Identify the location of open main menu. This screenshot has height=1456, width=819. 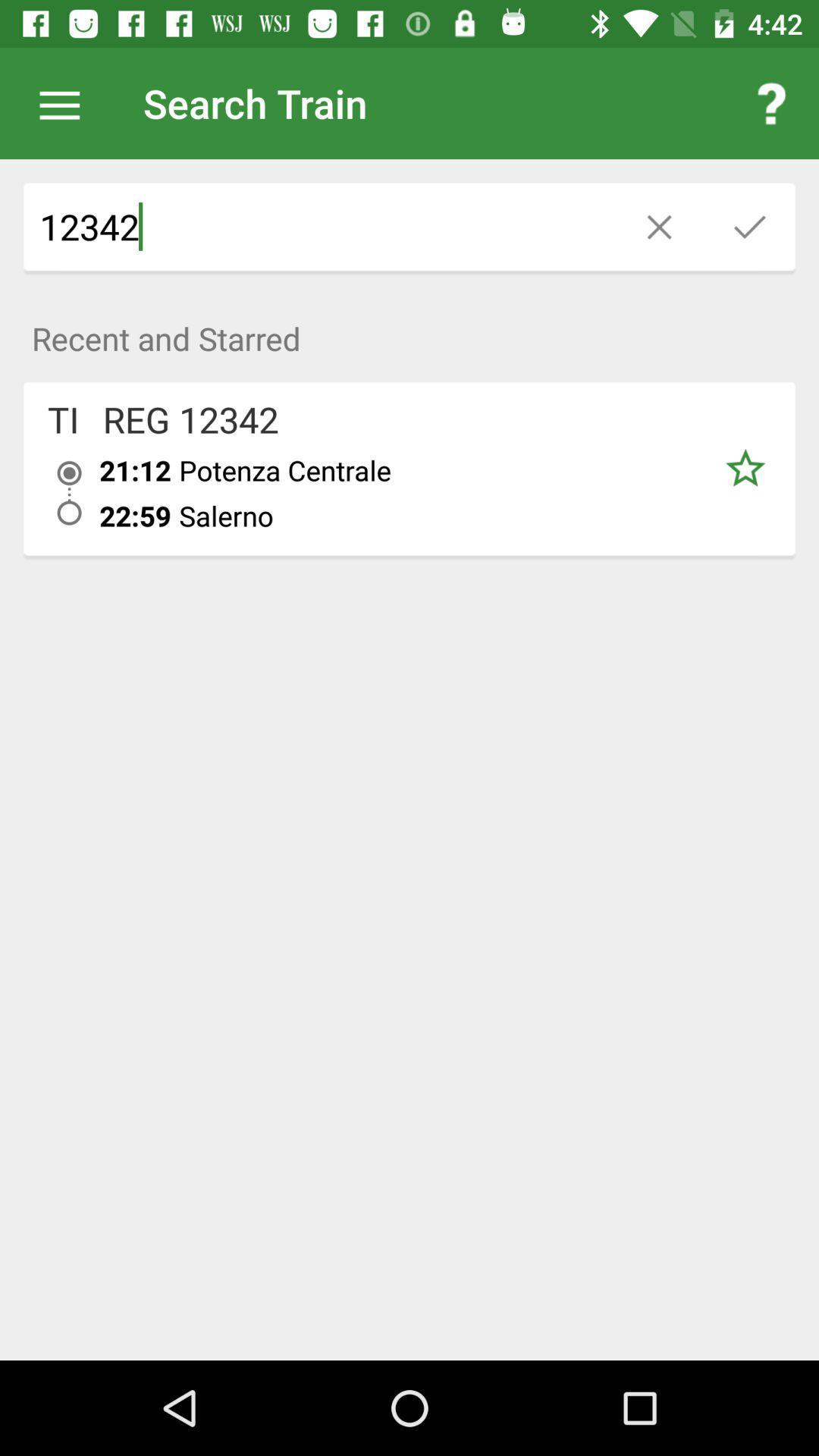
(67, 102).